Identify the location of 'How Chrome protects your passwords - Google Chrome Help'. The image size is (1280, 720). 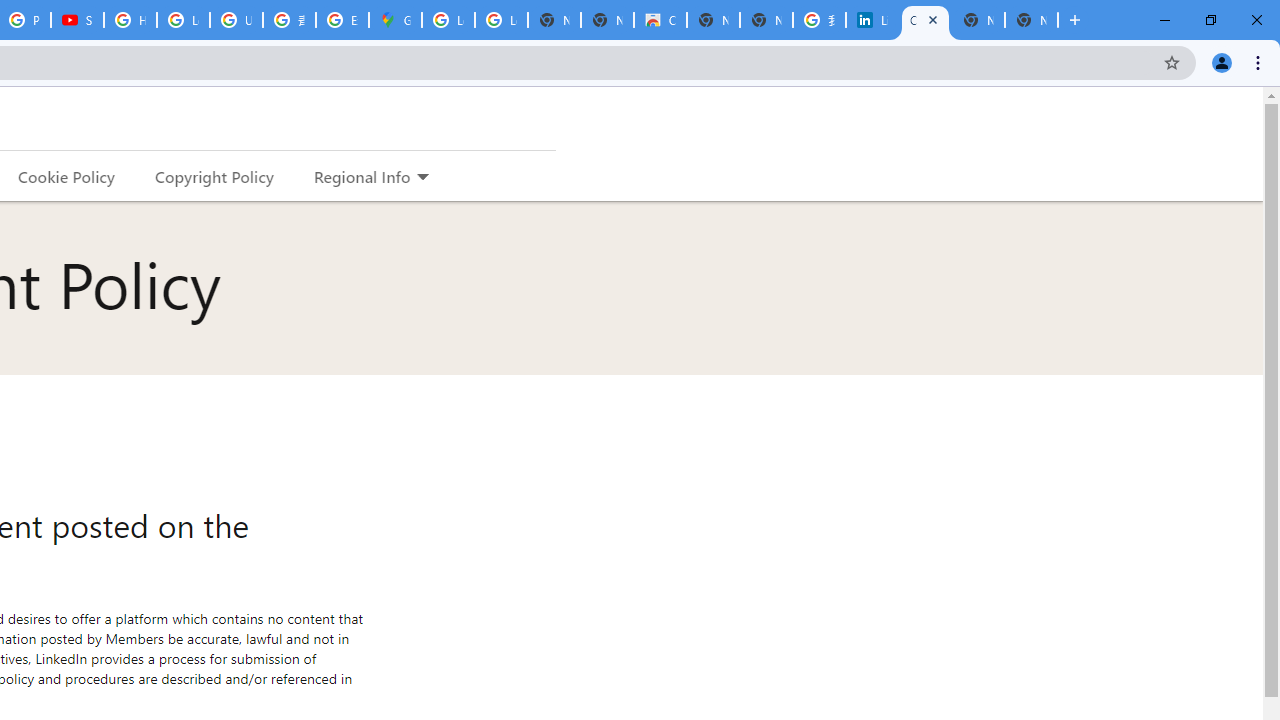
(129, 20).